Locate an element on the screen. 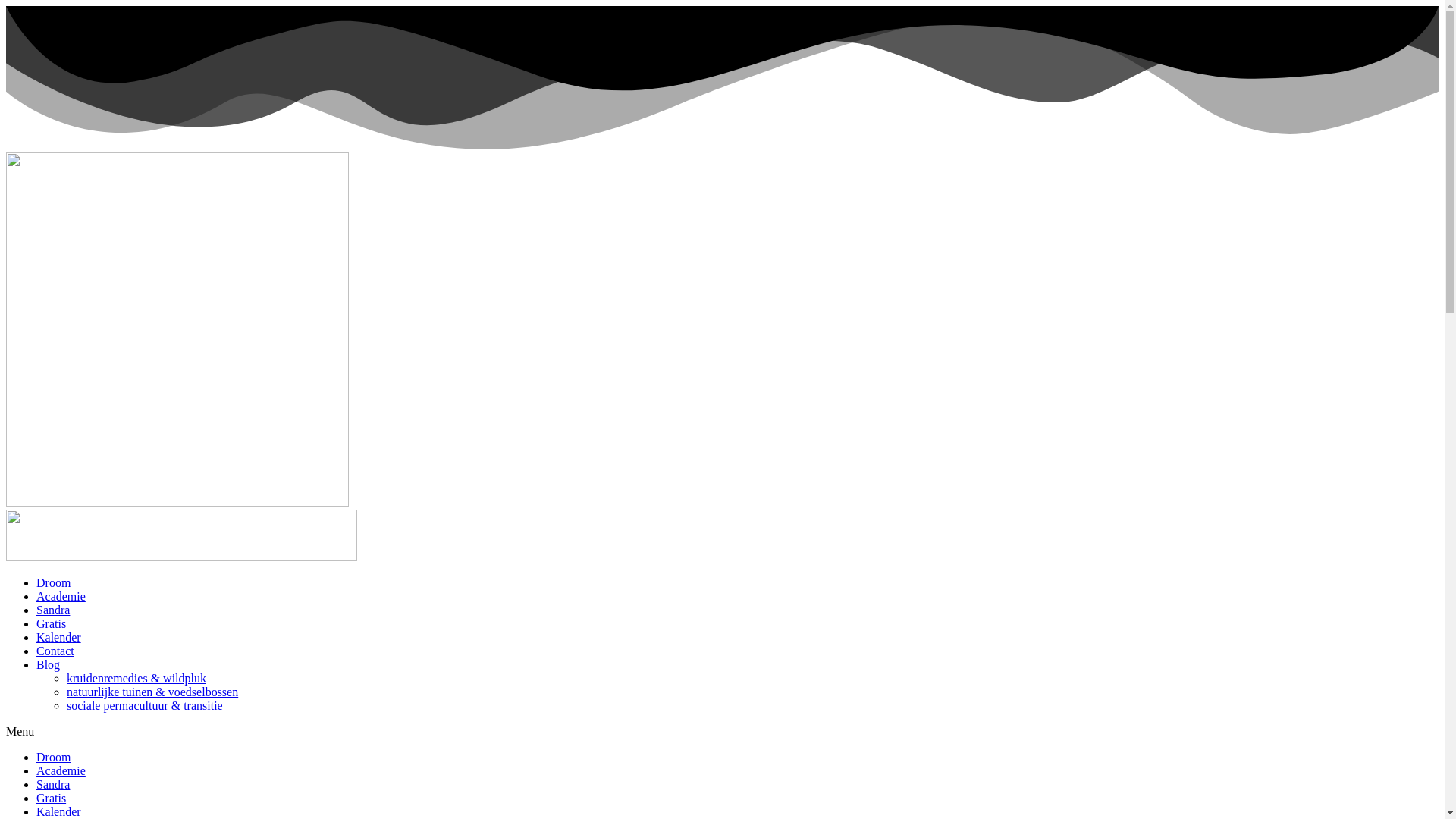  'kruidenremedies & wildpluk' is located at coordinates (65, 677).